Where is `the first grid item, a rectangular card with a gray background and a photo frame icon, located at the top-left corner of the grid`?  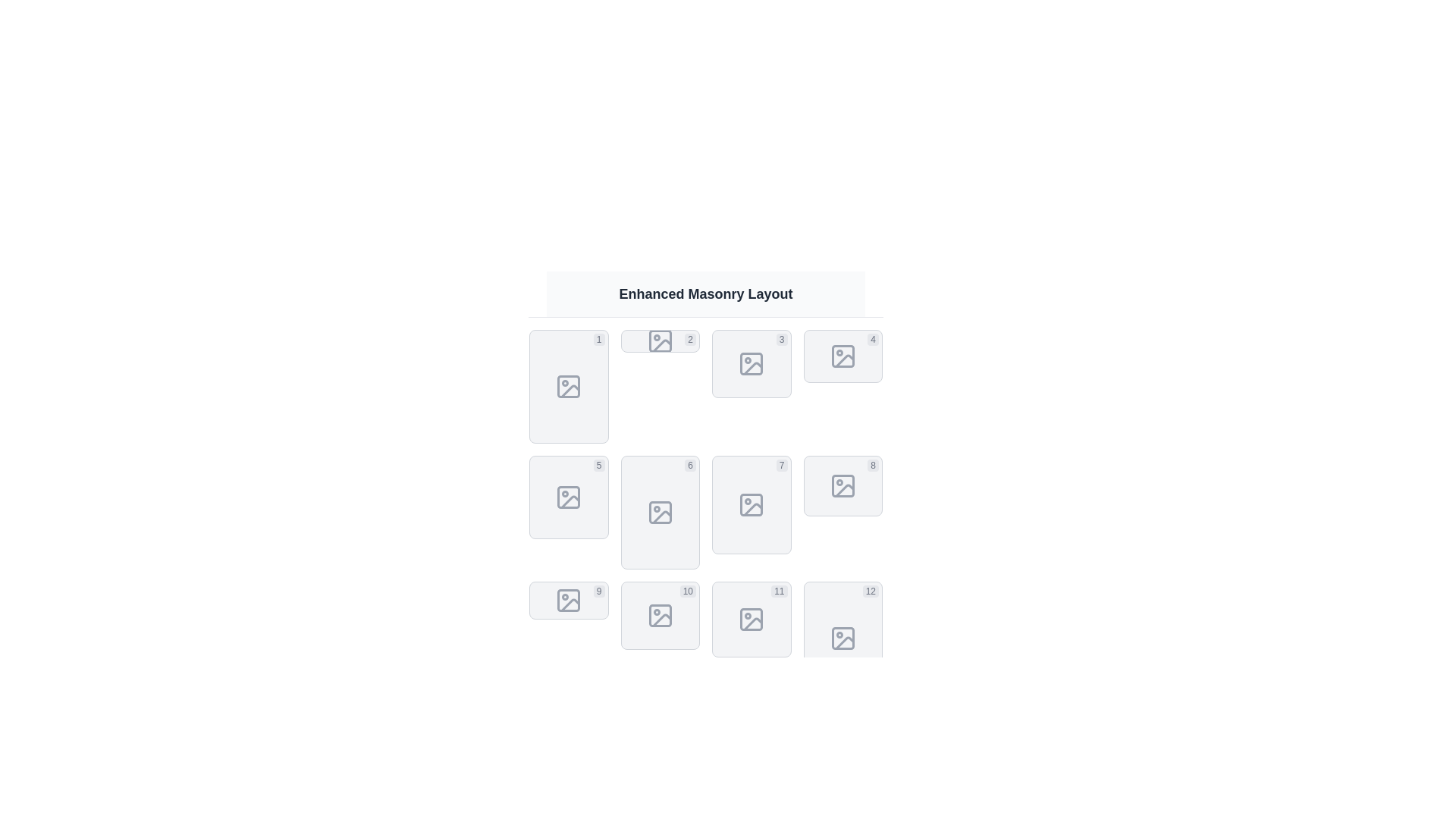 the first grid item, a rectangular card with a gray background and a photo frame icon, located at the top-left corner of the grid is located at coordinates (568, 385).